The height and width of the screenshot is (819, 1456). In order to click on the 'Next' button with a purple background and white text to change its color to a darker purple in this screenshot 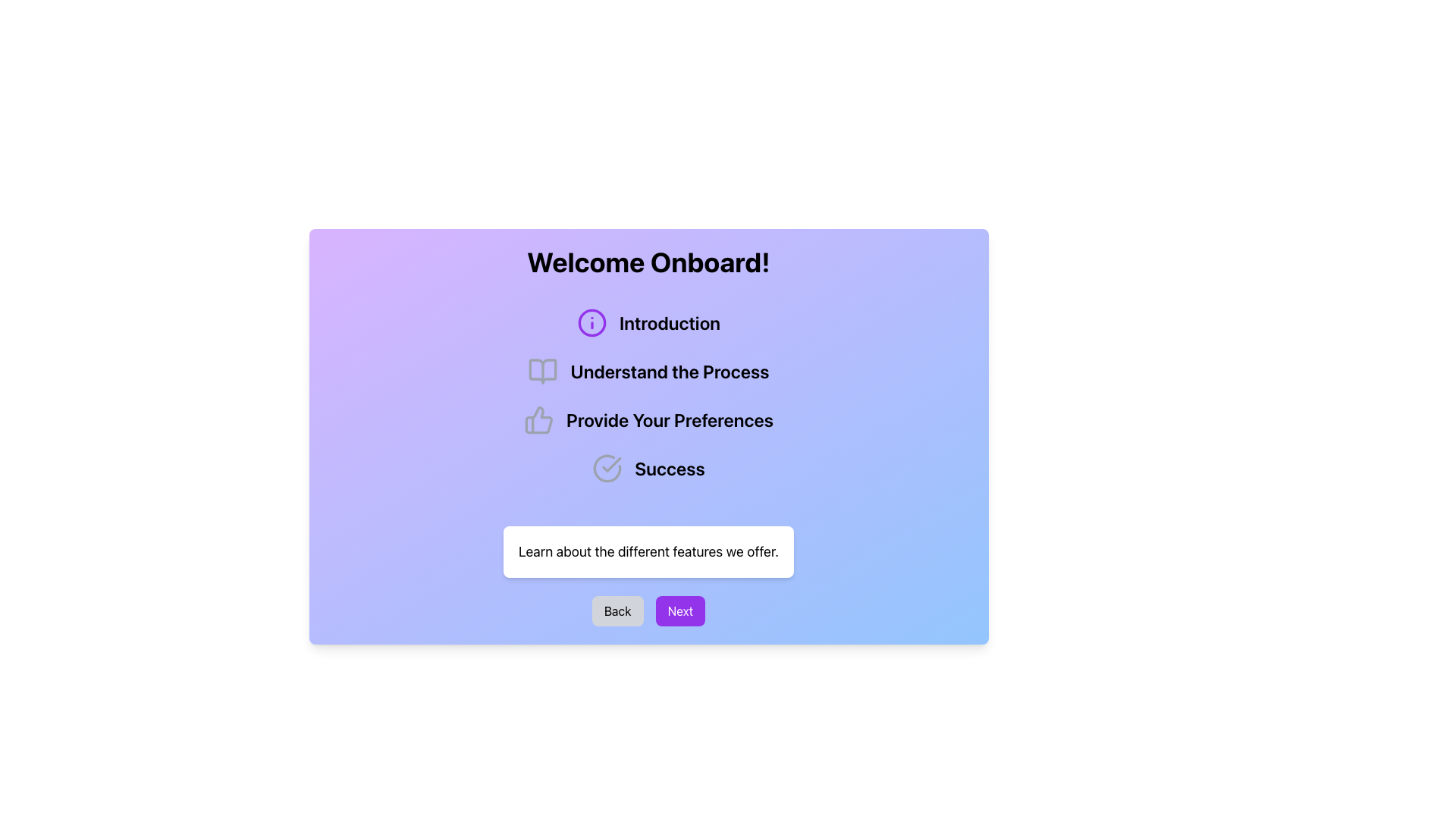, I will do `click(679, 610)`.